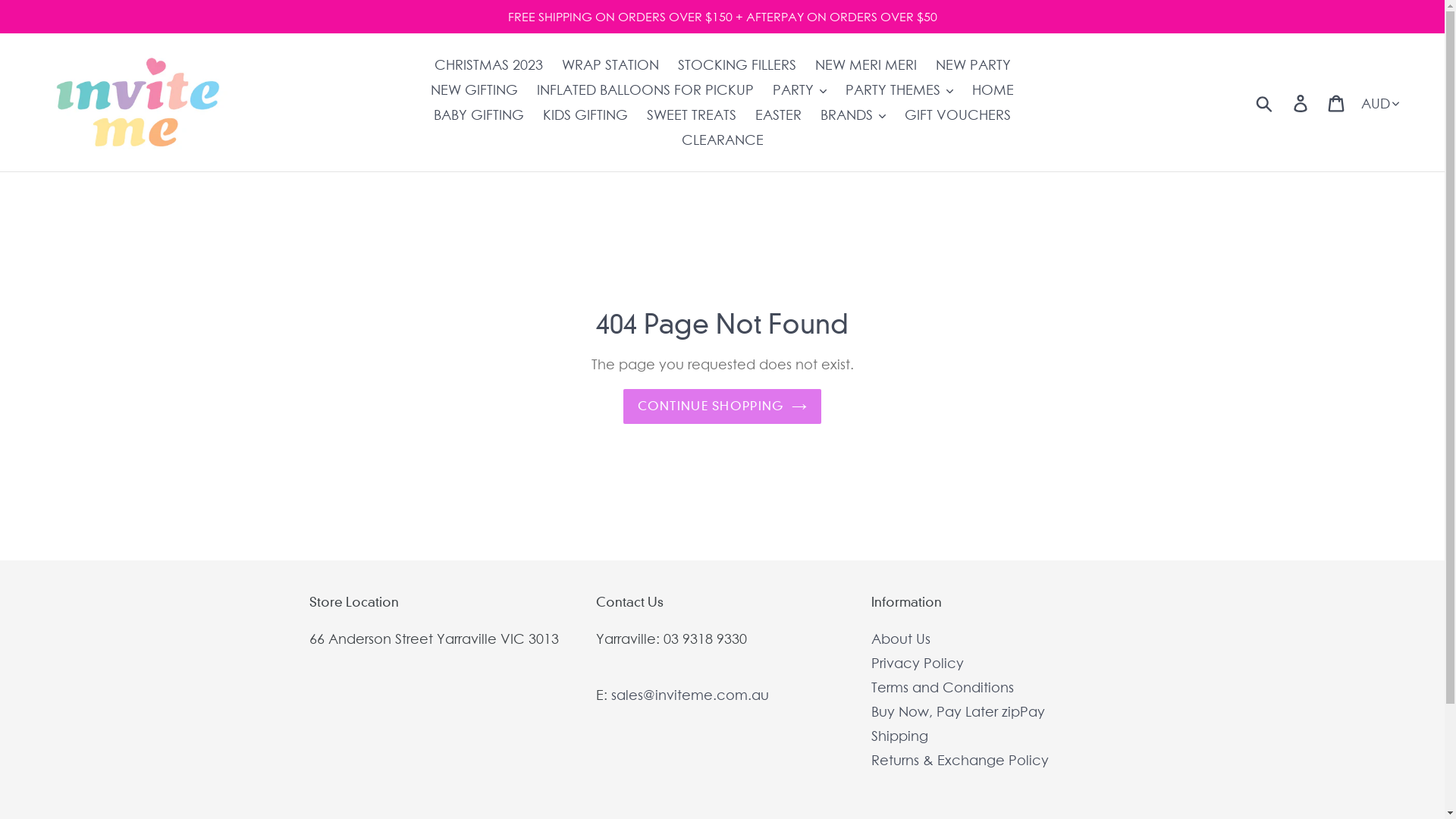  What do you see at coordinates (956, 114) in the screenshot?
I see `'GIFT VOUCHERS'` at bounding box center [956, 114].